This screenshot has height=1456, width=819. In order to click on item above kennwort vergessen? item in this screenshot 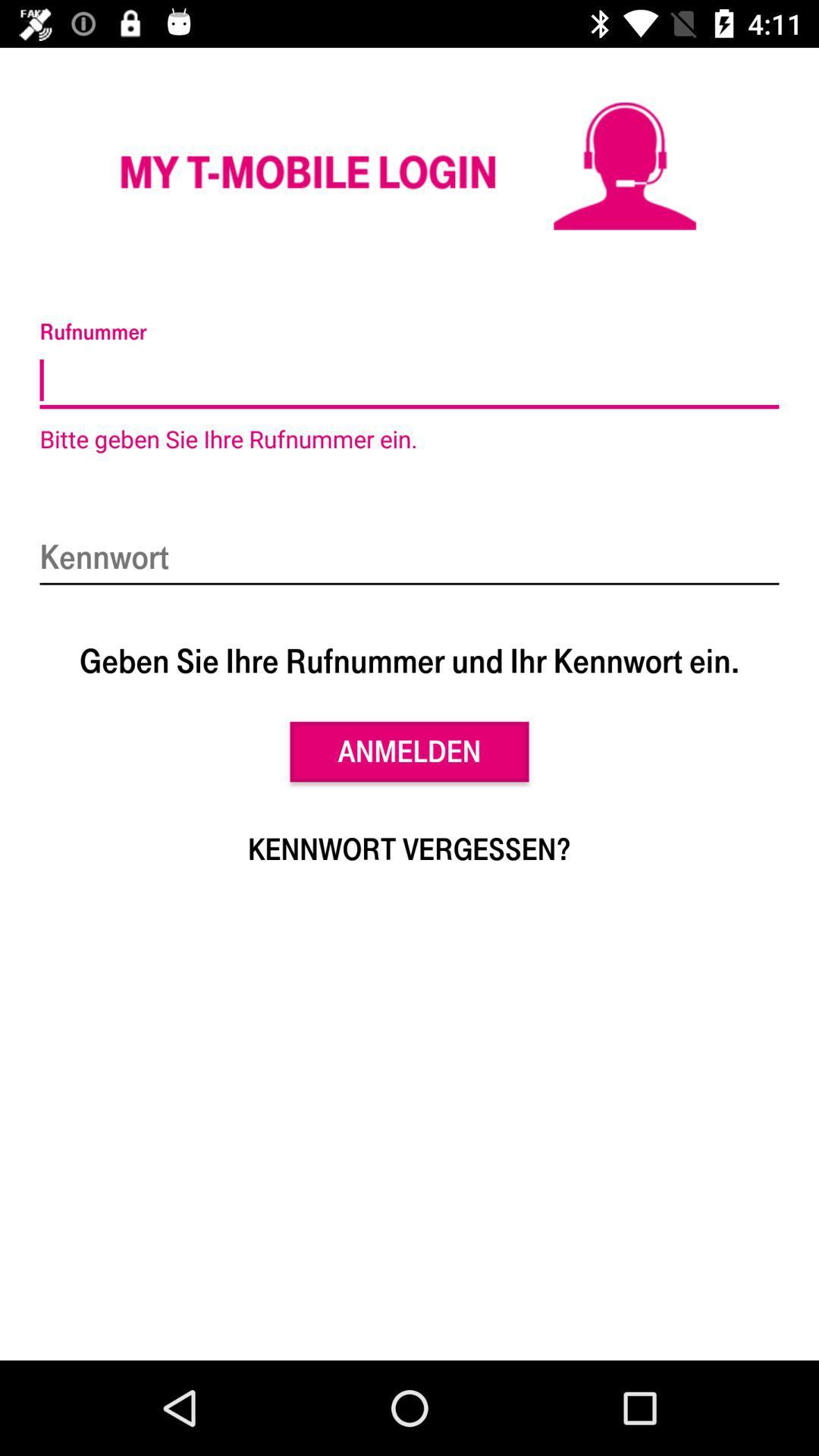, I will do `click(409, 752)`.